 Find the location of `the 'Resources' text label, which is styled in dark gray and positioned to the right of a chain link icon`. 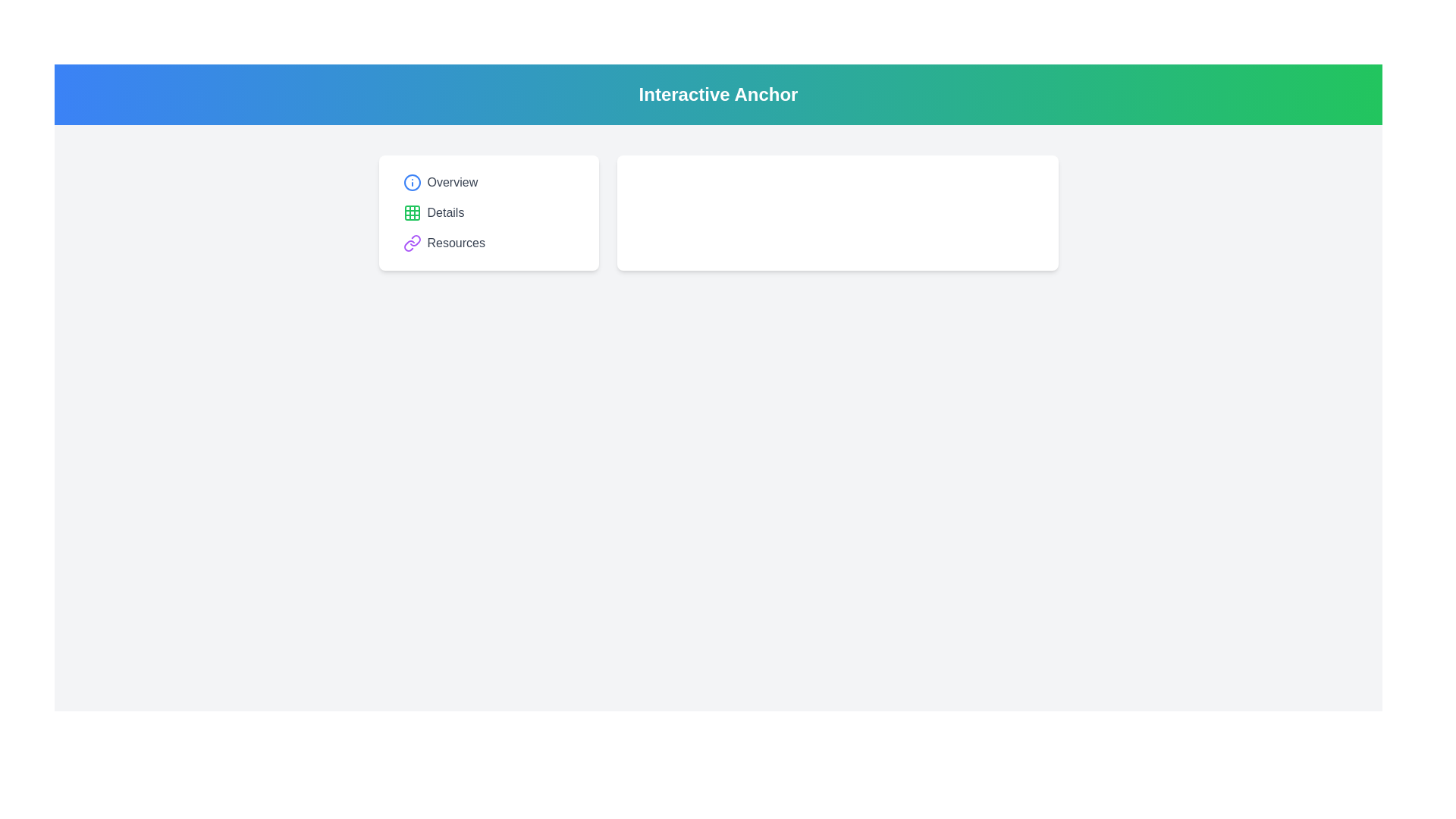

the 'Resources' text label, which is styled in dark gray and positioned to the right of a chain link icon is located at coordinates (455, 242).